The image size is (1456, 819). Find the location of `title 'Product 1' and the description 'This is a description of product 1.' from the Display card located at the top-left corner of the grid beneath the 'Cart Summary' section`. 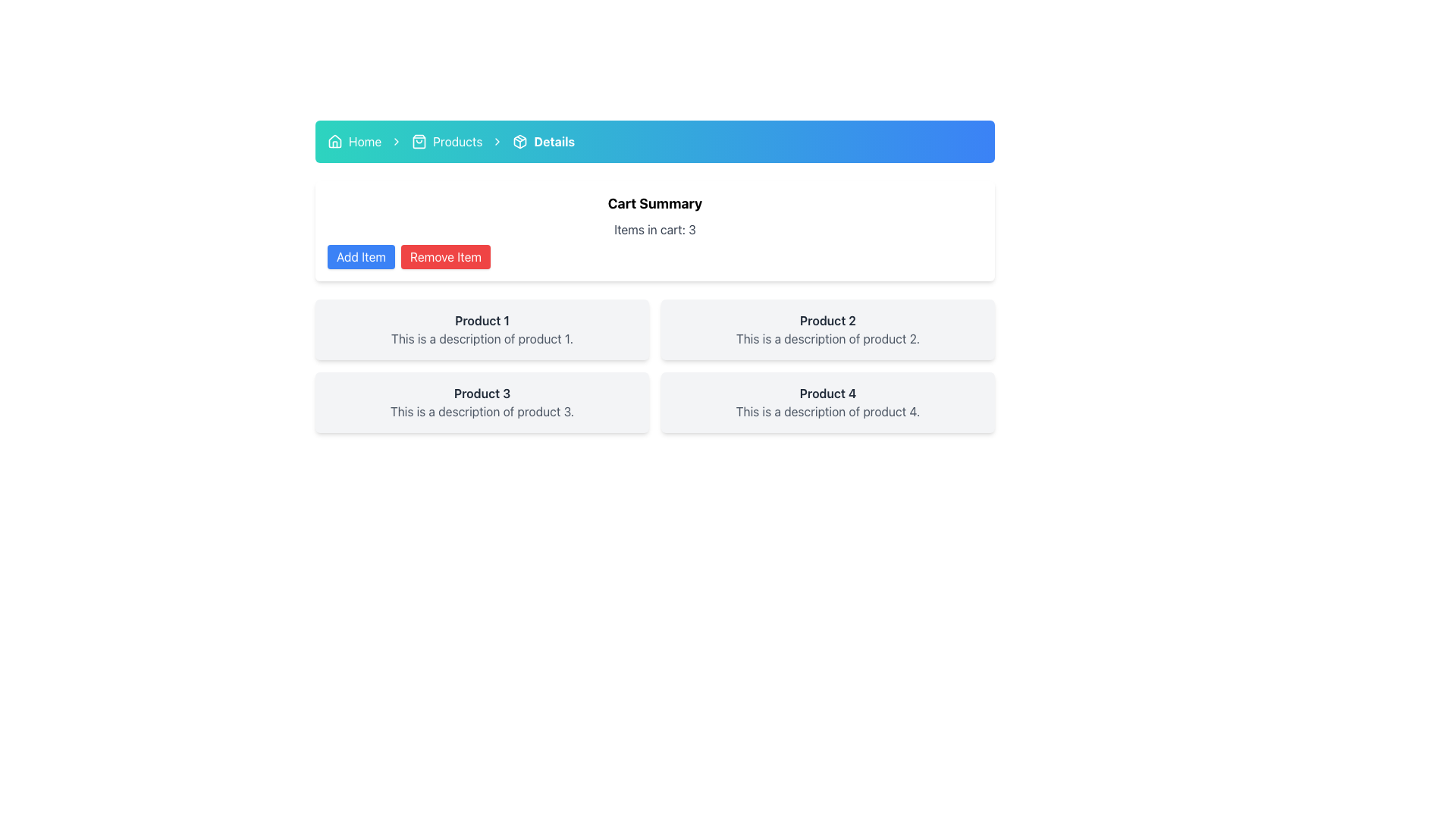

title 'Product 1' and the description 'This is a description of product 1.' from the Display card located at the top-left corner of the grid beneath the 'Cart Summary' section is located at coordinates (481, 329).